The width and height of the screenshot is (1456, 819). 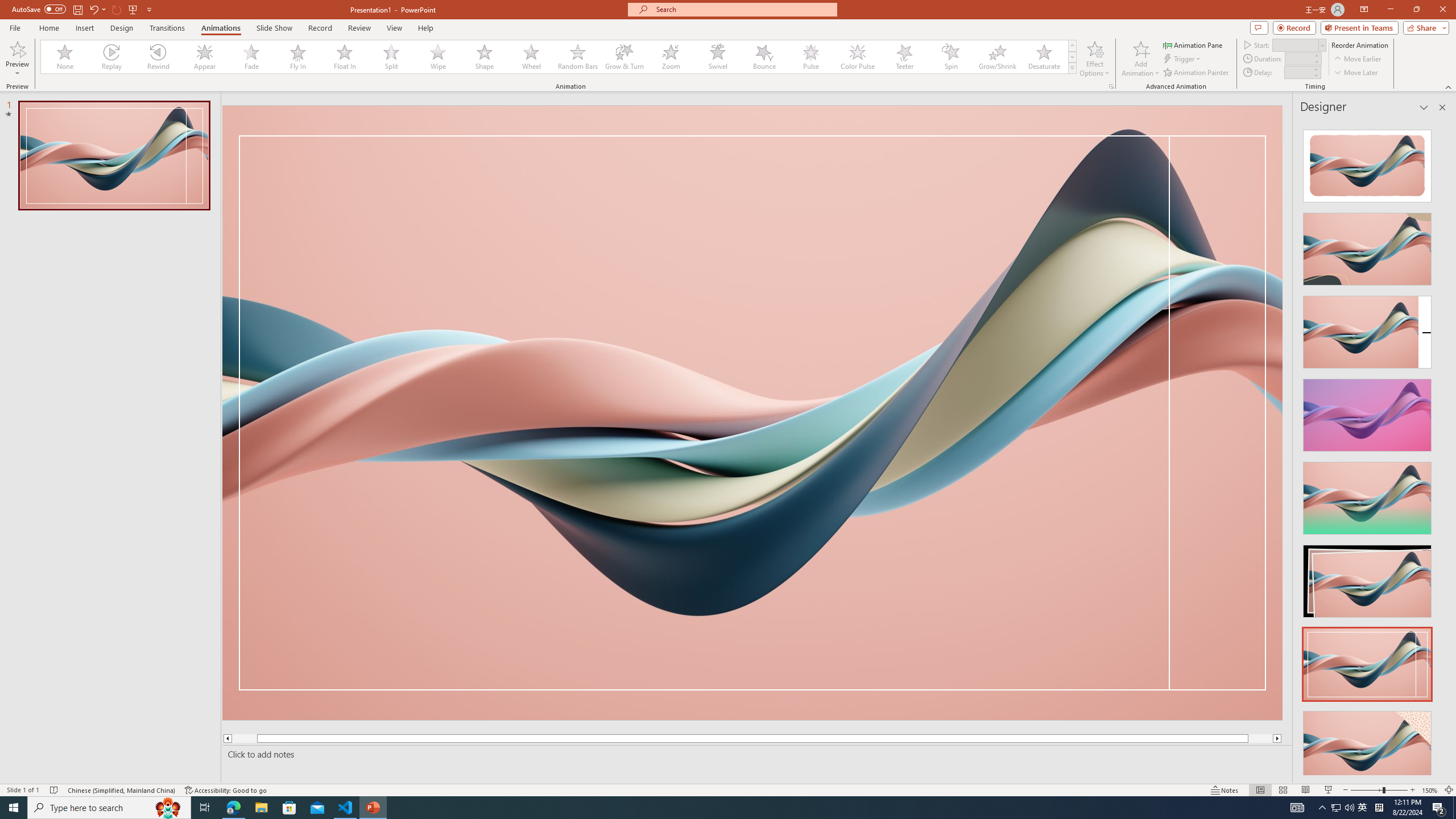 I want to click on 'Trigger', so click(x=1182, y=59).